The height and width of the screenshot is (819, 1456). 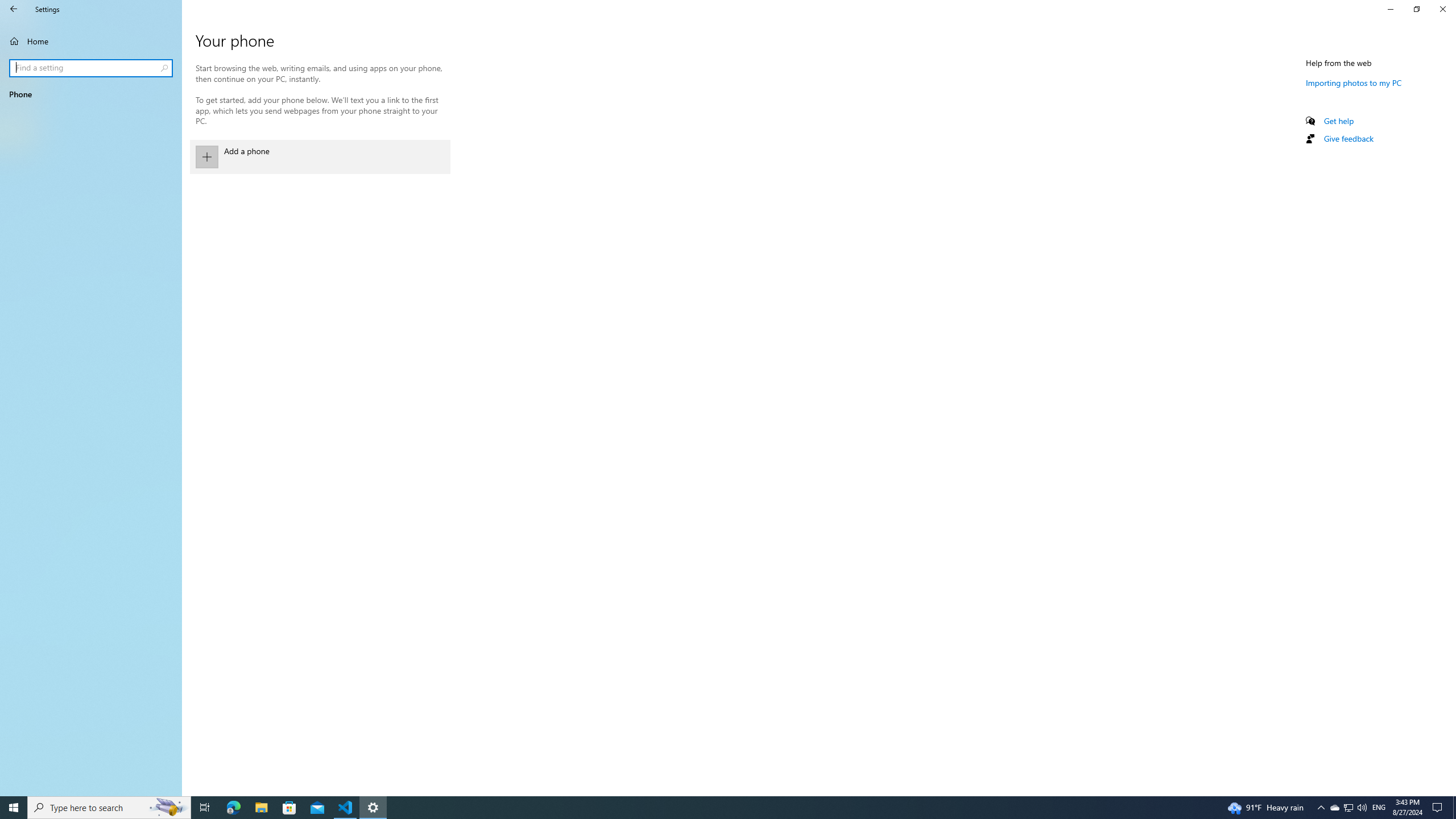 What do you see at coordinates (1416, 9) in the screenshot?
I see `'Restore Settings'` at bounding box center [1416, 9].